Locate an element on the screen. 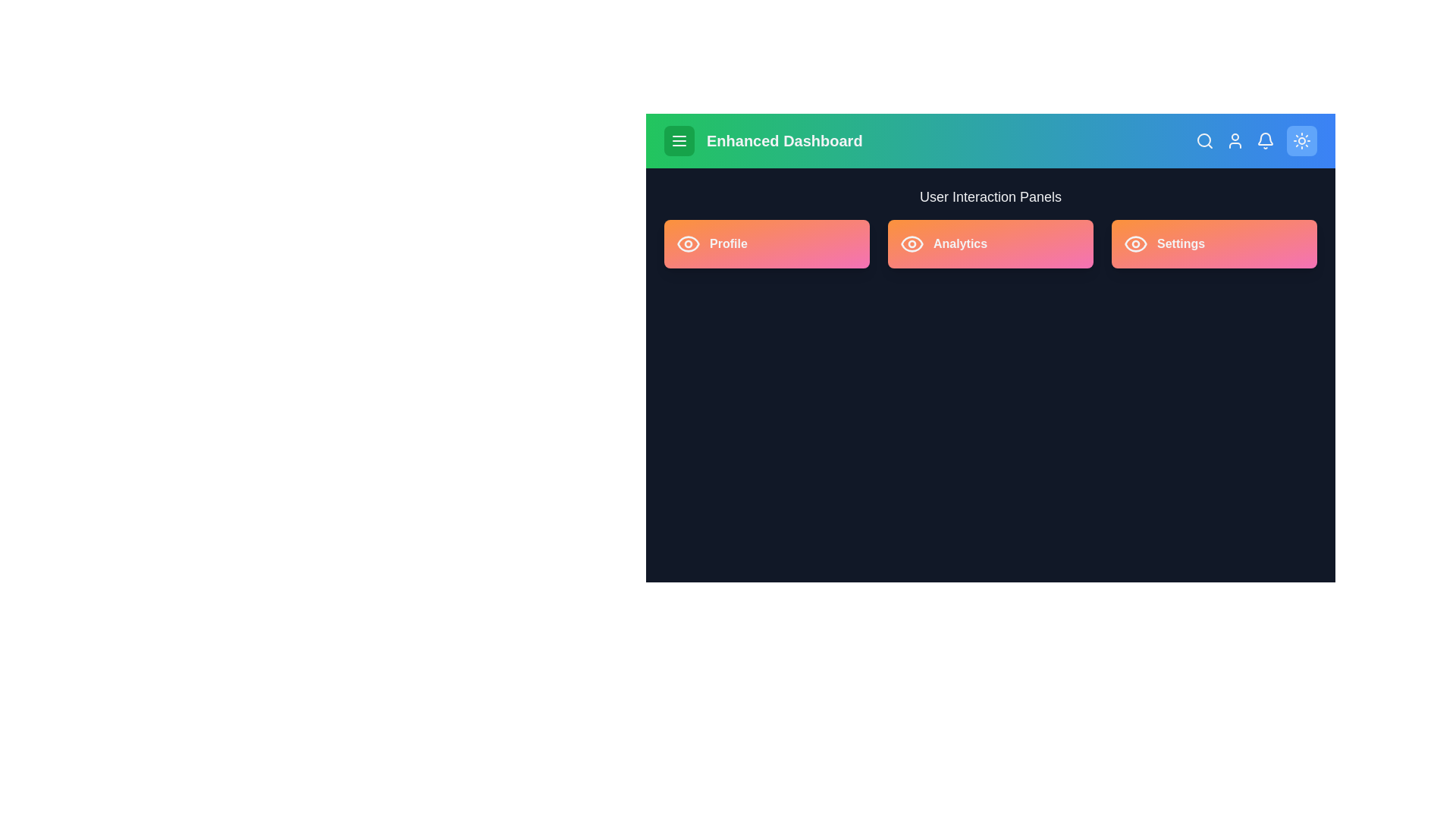 The width and height of the screenshot is (1456, 819). the 'Settings' panel to interact with it is located at coordinates (1214, 243).